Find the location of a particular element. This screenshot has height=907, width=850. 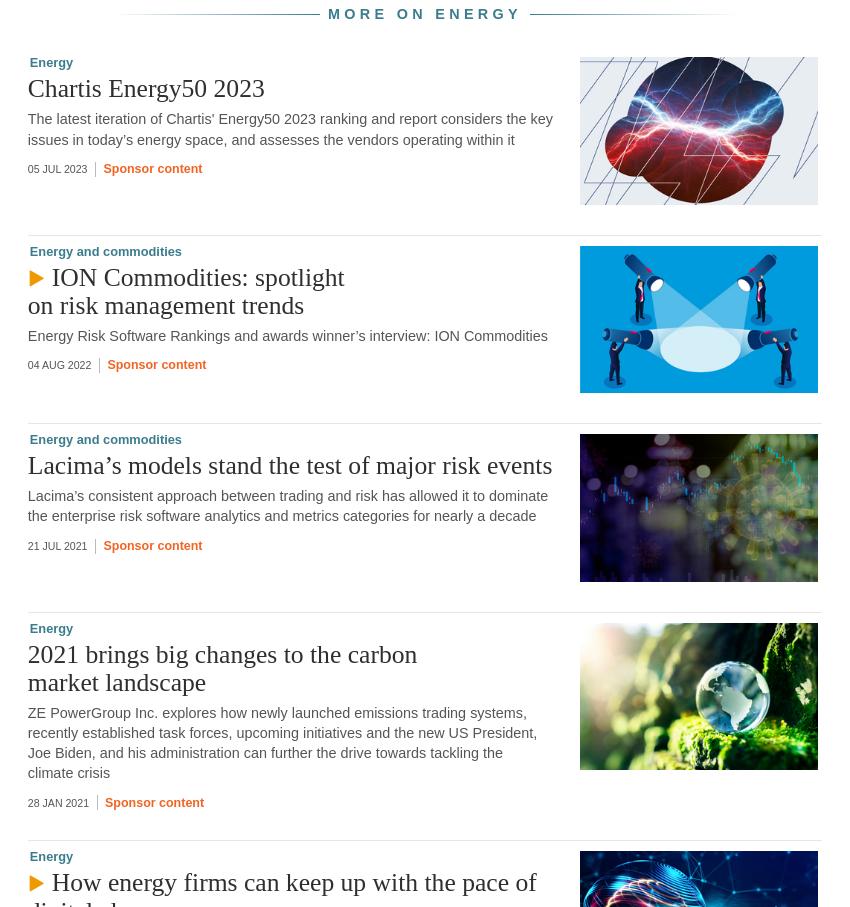

'Chartis Energy50 2023' is located at coordinates (145, 87).